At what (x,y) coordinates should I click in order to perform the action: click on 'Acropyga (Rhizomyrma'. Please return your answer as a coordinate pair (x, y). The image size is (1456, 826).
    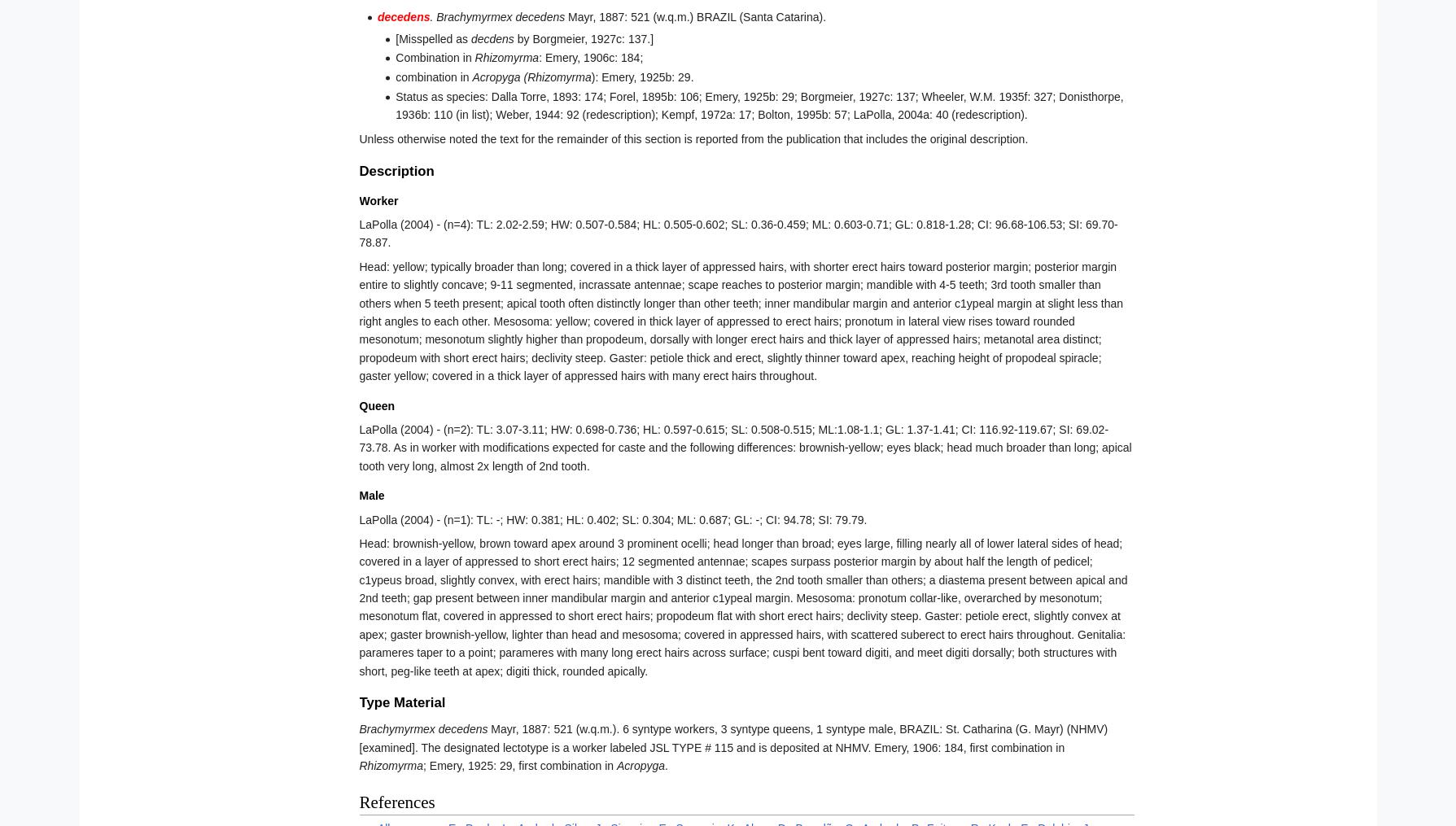
    Looking at the image, I should click on (531, 77).